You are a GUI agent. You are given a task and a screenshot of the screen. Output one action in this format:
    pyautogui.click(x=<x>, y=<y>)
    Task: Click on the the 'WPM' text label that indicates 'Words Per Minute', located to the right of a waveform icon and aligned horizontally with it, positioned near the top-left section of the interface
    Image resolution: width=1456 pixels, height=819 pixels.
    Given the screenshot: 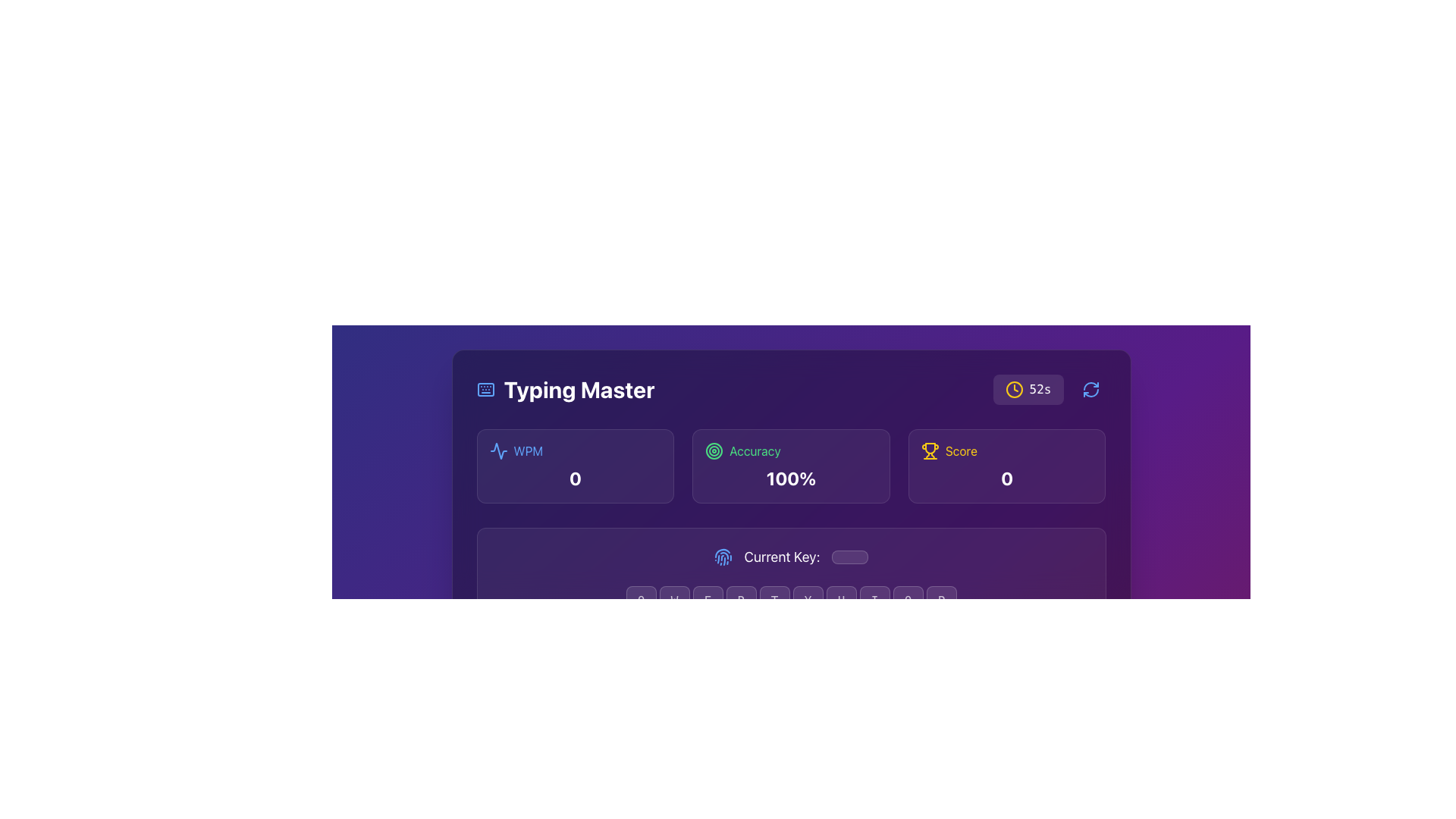 What is the action you would take?
    pyautogui.click(x=528, y=450)
    